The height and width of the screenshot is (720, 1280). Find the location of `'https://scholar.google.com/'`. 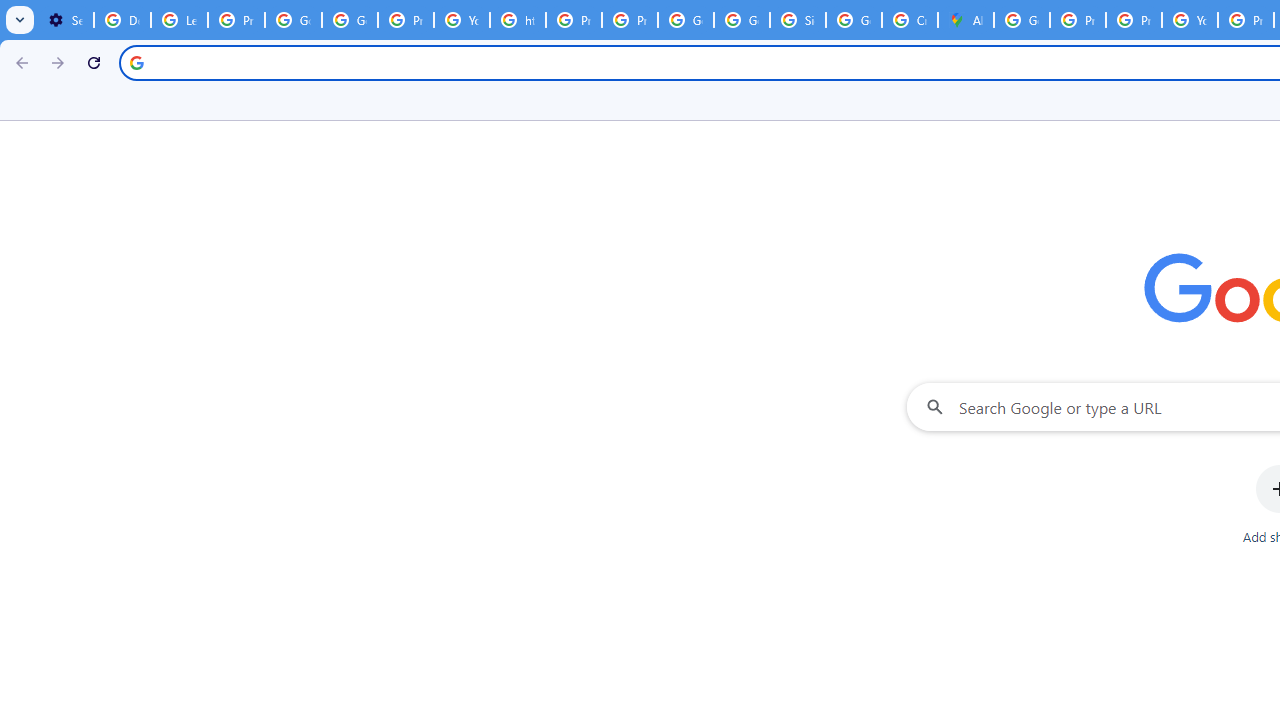

'https://scholar.google.com/' is located at coordinates (518, 20).